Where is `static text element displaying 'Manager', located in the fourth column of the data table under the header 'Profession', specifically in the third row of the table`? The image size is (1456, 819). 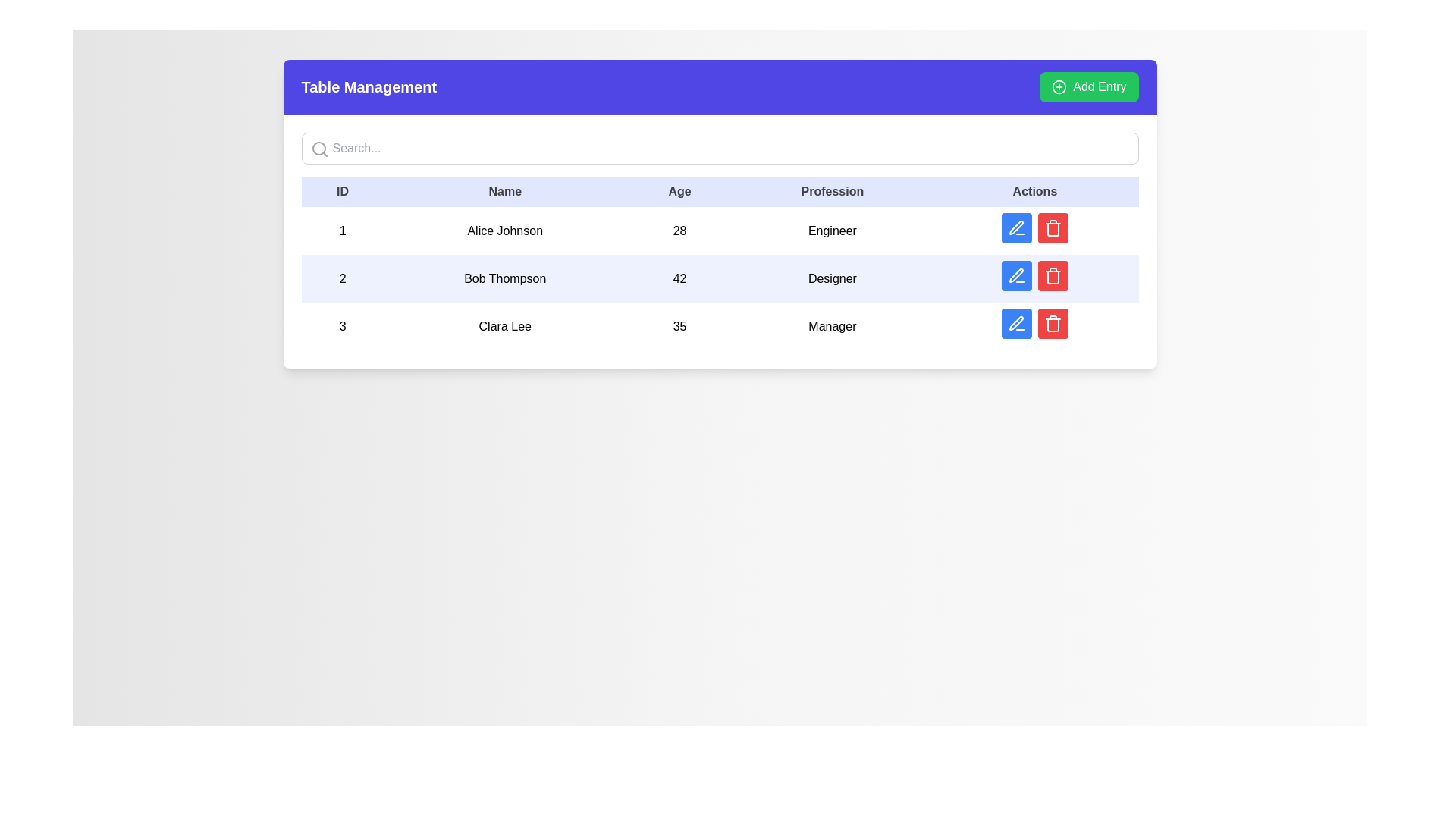
static text element displaying 'Manager', located in the fourth column of the data table under the header 'Profession', specifically in the third row of the table is located at coordinates (831, 325).